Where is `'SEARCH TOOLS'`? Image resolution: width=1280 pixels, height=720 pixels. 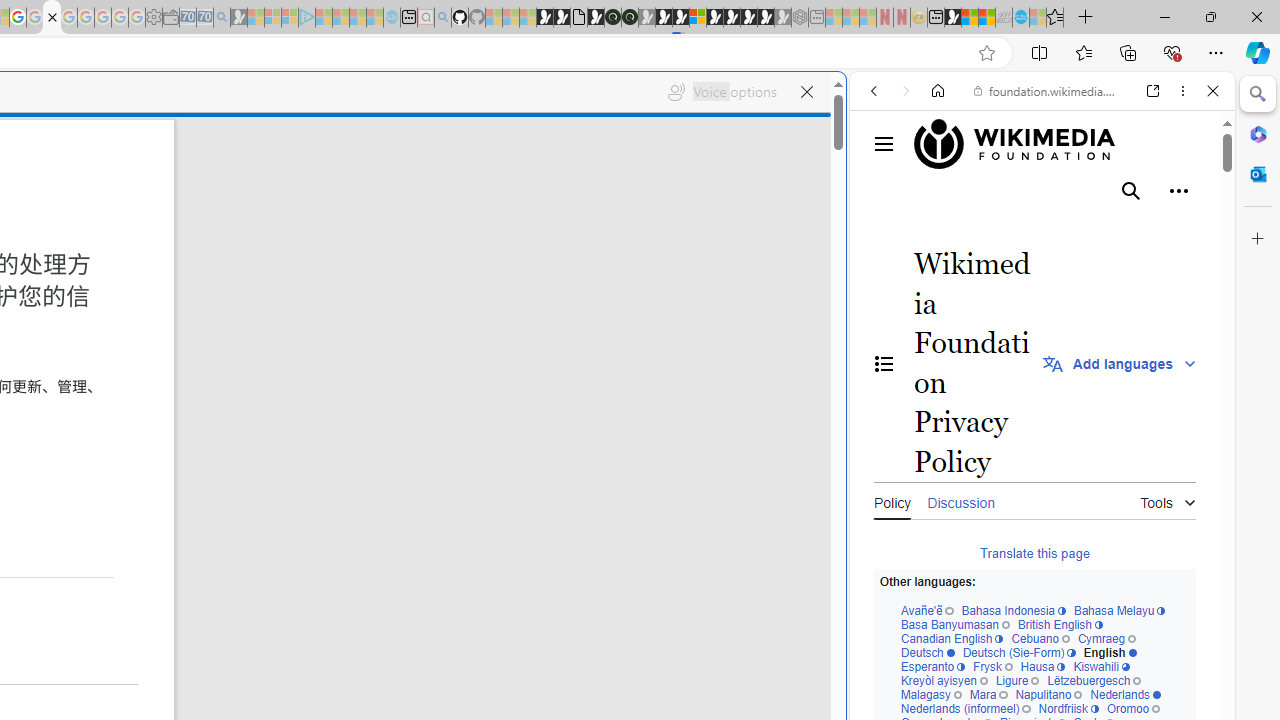
'SEARCH TOOLS' is located at coordinates (1092, 227).